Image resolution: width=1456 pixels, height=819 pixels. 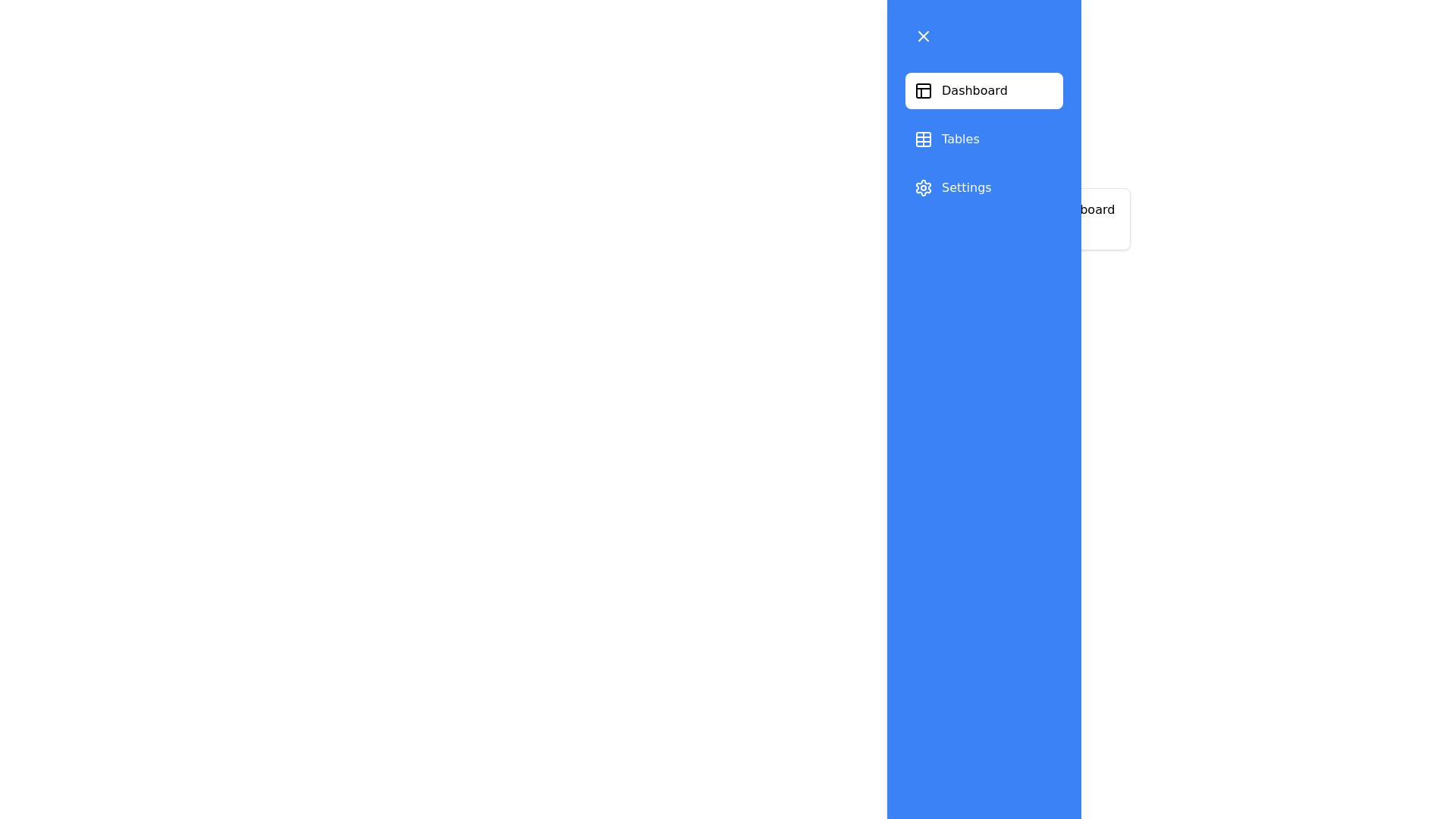 What do you see at coordinates (984, 90) in the screenshot?
I see `the section labeled 'Dashboard' to observe the hover effect` at bounding box center [984, 90].